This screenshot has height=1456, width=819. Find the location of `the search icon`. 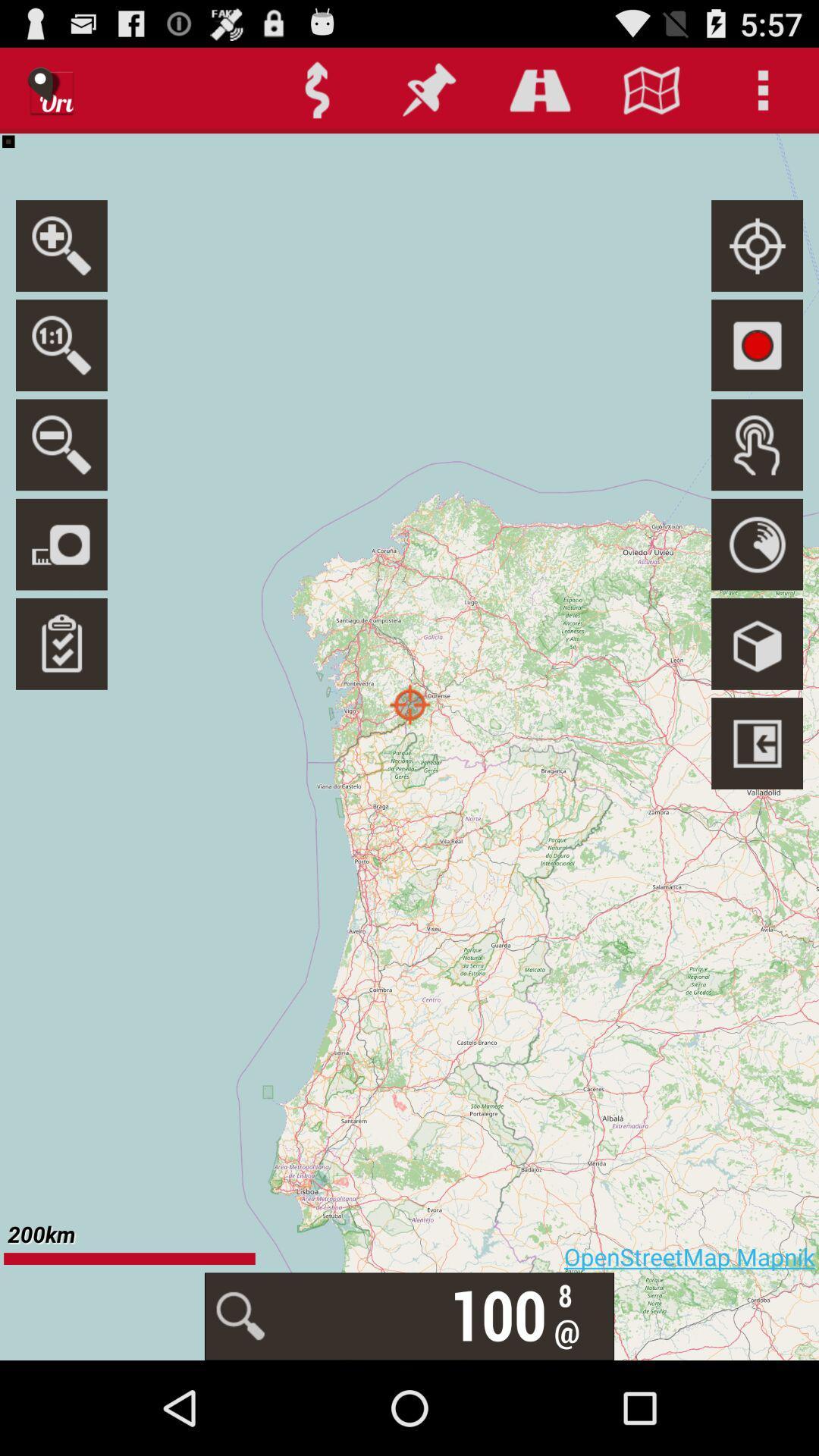

the search icon is located at coordinates (61, 369).